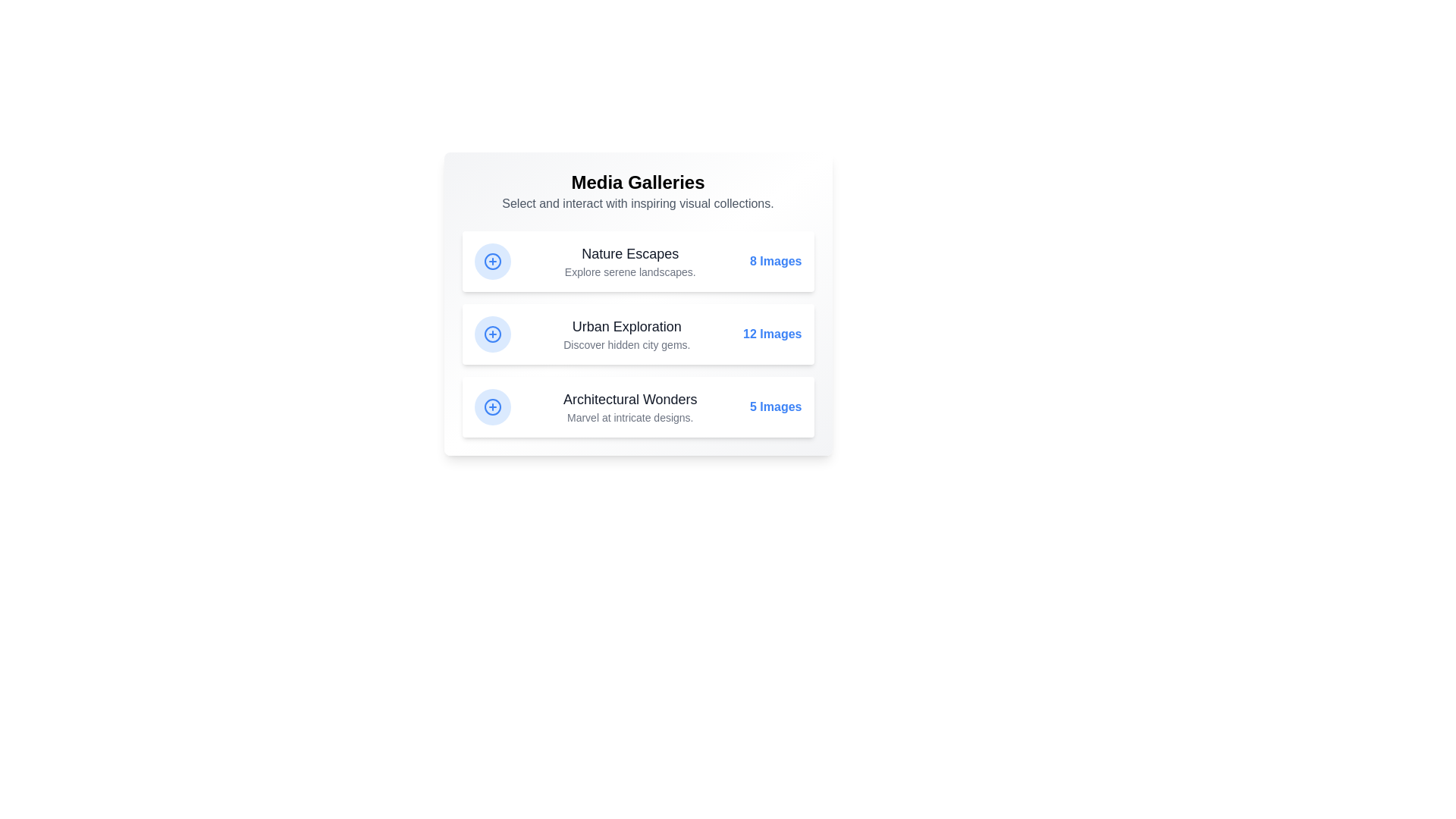  I want to click on plus icon for Urban Exploration gallery details, so click(492, 333).